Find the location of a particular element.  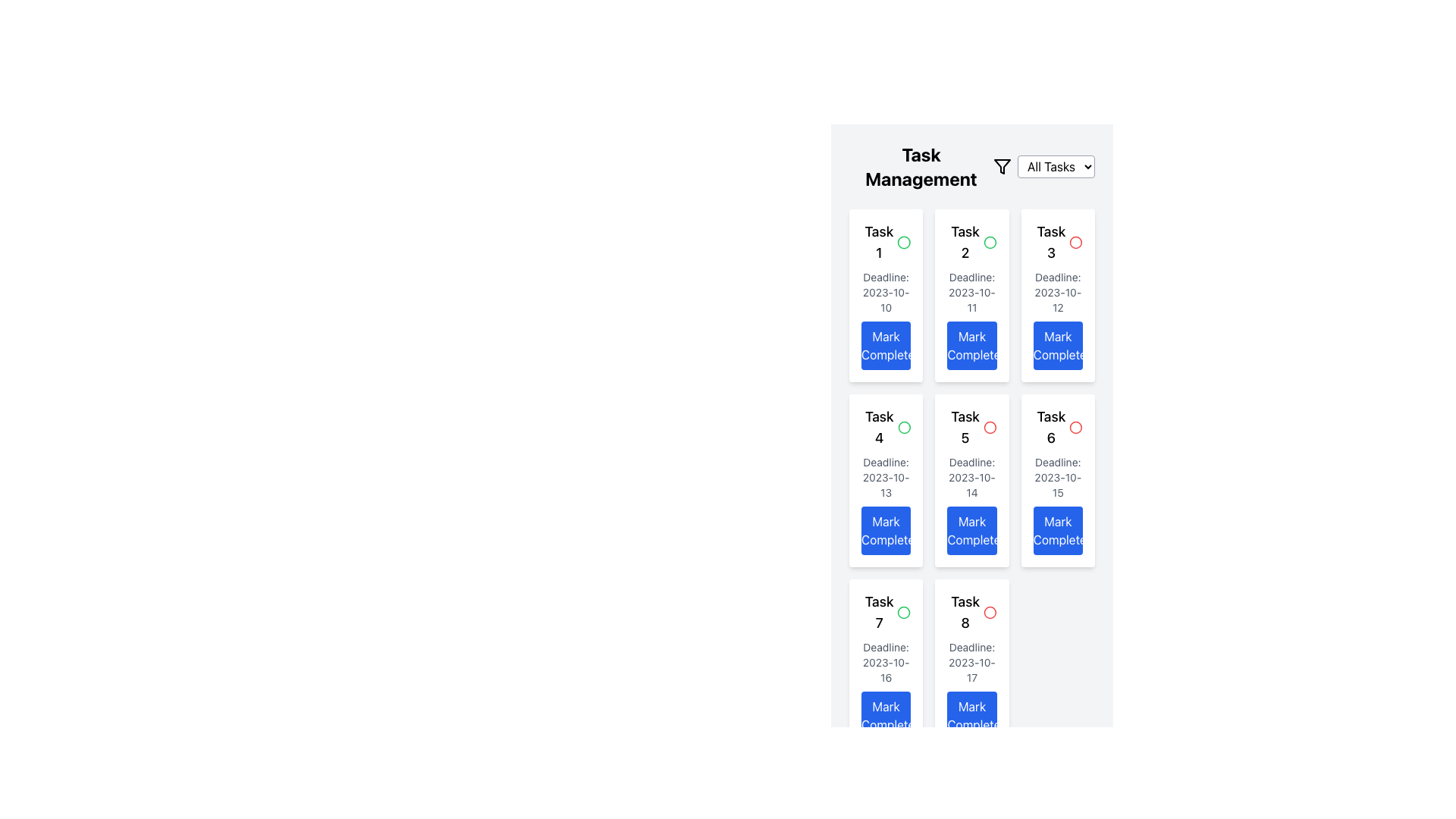

the 'All Tasks' dropdown button in the top-right corner of the Task Management interface is located at coordinates (1055, 166).